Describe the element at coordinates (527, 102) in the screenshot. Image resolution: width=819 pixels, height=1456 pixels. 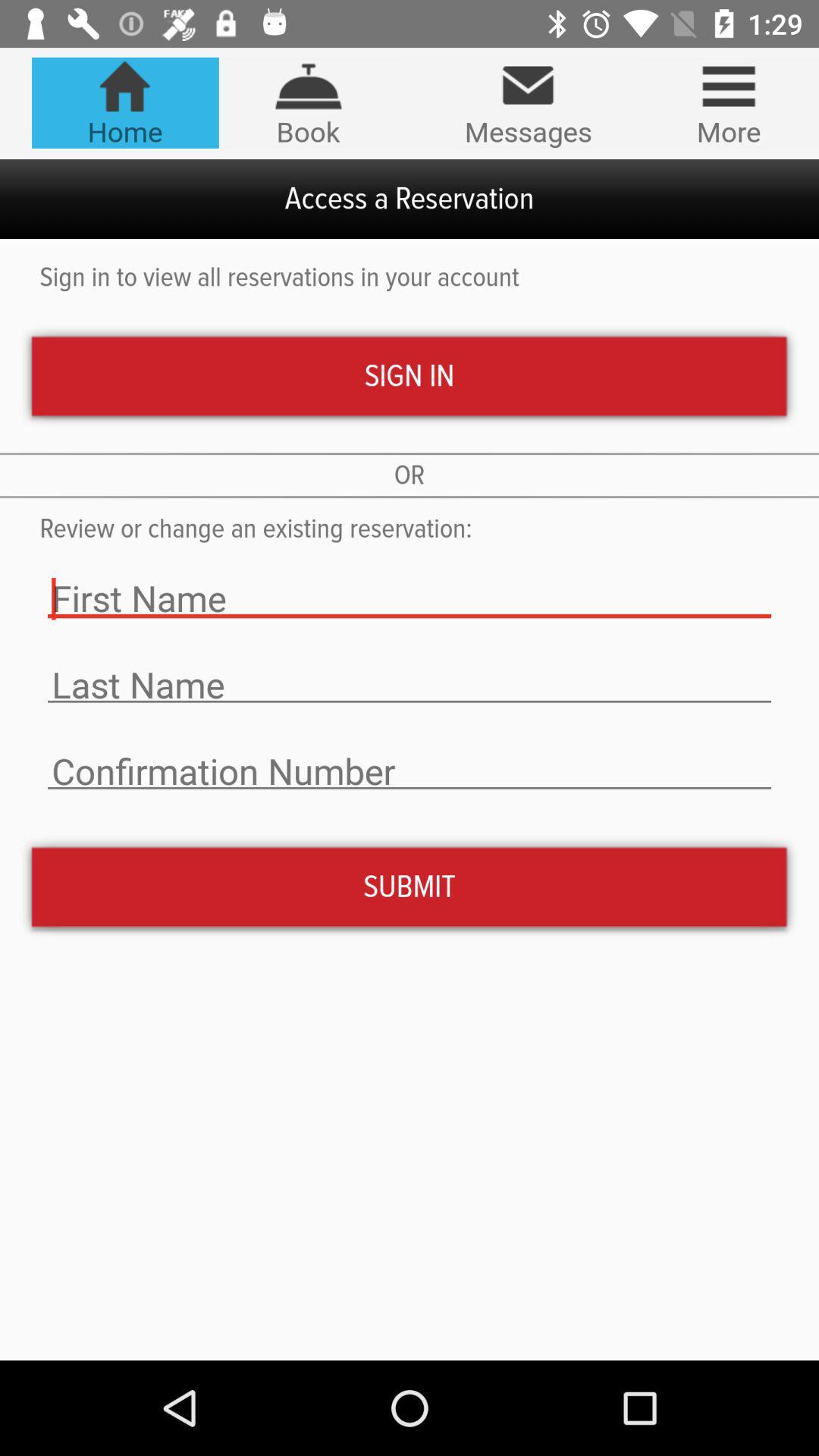
I see `the icon to the right of book item` at that location.